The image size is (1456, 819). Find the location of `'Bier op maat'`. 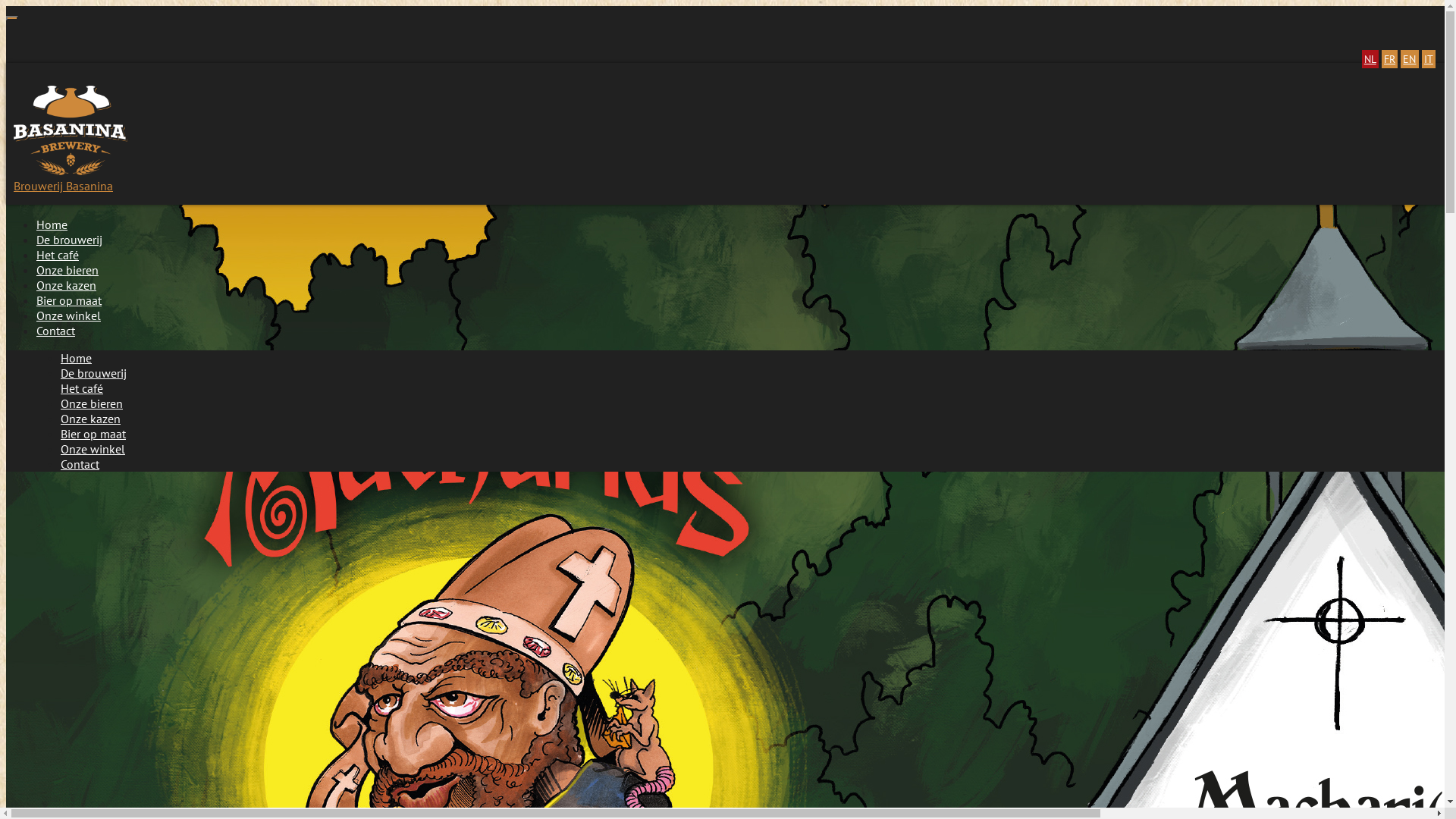

'Bier op maat' is located at coordinates (72, 300).